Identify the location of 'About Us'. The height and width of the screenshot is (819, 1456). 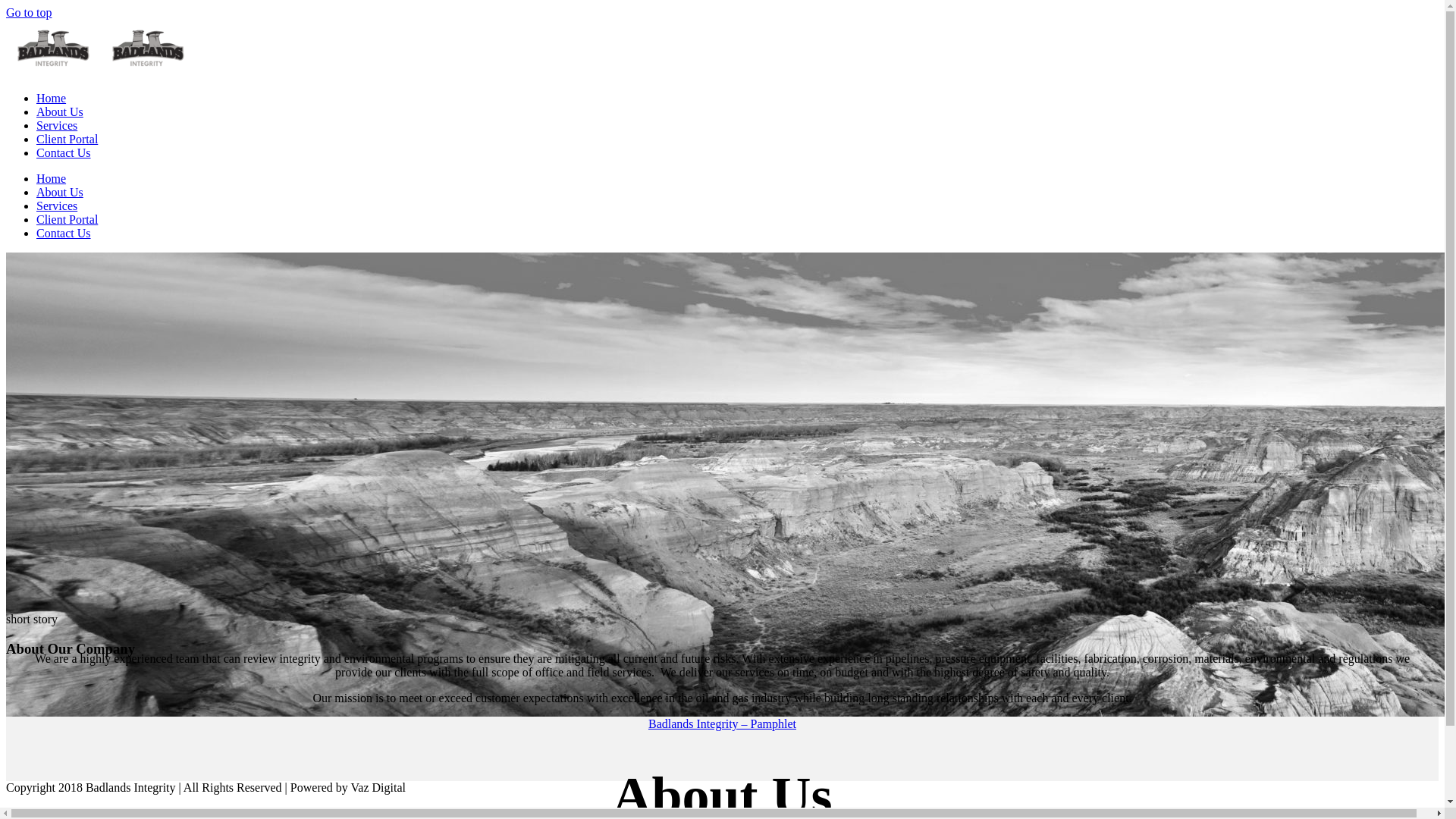
(59, 111).